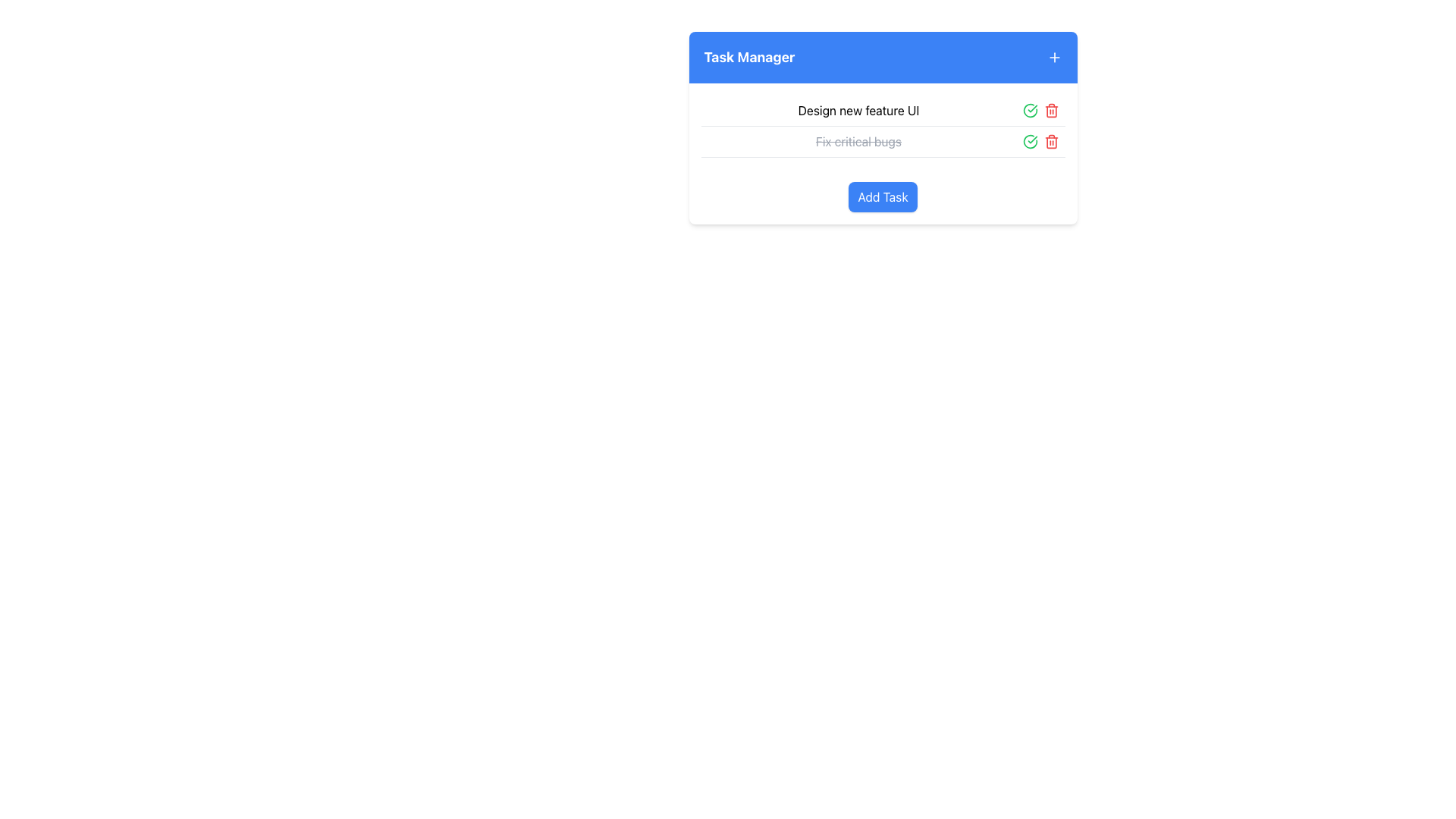  Describe the element at coordinates (1040, 110) in the screenshot. I see `the green circular icon with a checkmark in the horizontal group of icons next to the text 'Design new feature UI' to mark the task as complete` at that location.